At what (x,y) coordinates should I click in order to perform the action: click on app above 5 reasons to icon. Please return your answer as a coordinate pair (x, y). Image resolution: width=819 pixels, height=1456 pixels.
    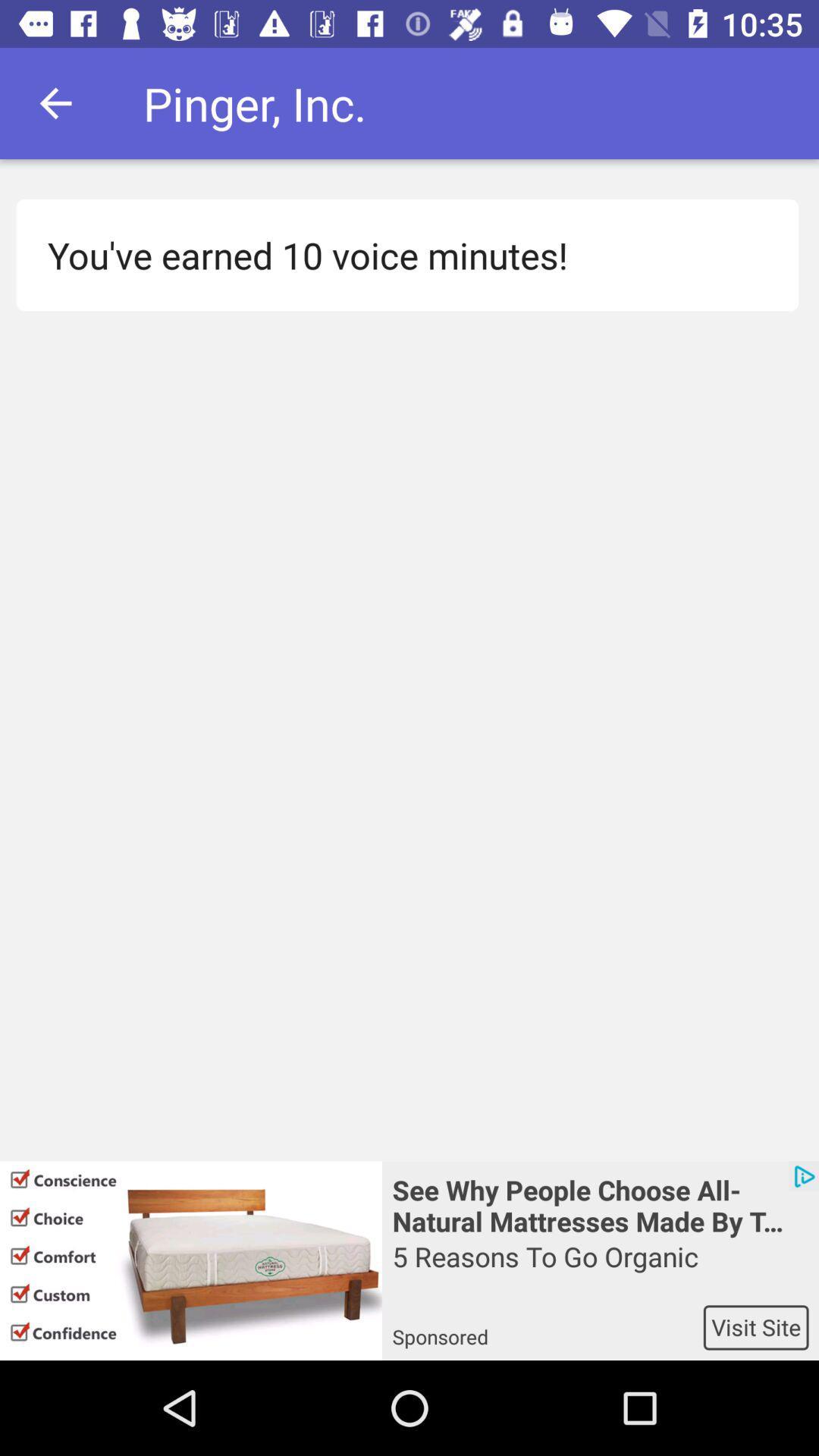
    Looking at the image, I should click on (599, 1203).